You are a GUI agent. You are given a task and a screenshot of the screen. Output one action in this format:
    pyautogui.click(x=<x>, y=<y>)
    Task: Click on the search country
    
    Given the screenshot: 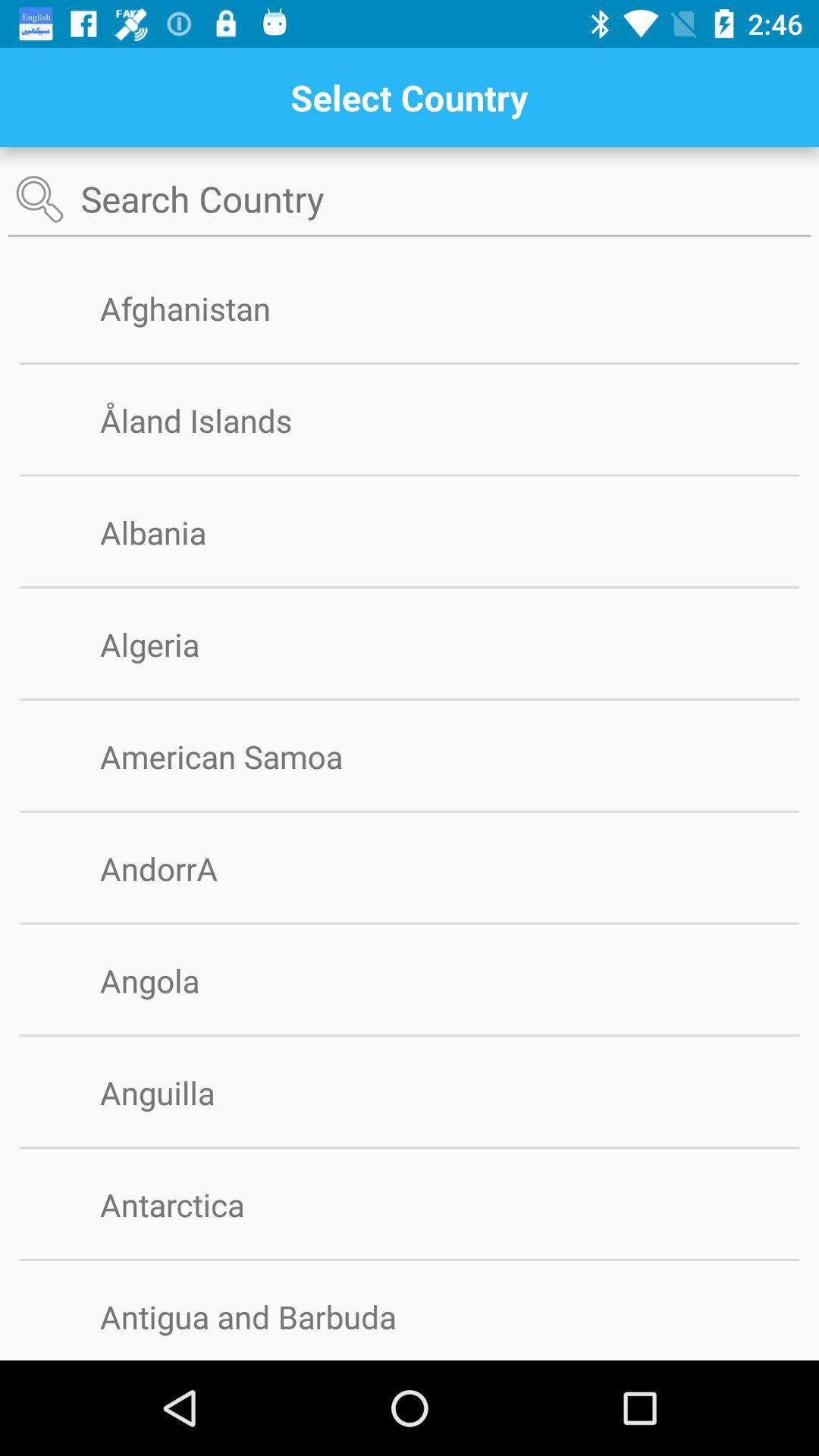 What is the action you would take?
    pyautogui.click(x=409, y=199)
    